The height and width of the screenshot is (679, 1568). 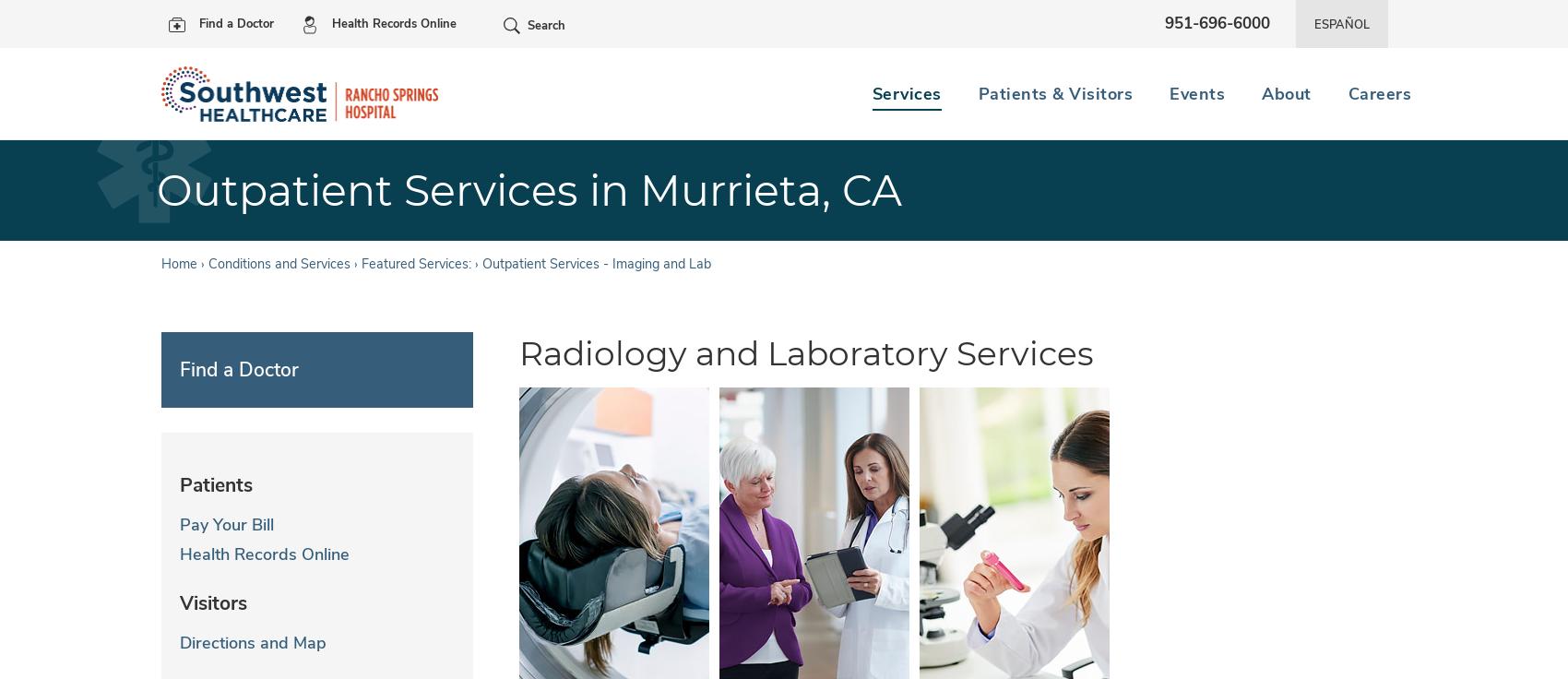 What do you see at coordinates (1346, 93) in the screenshot?
I see `'Careers'` at bounding box center [1346, 93].